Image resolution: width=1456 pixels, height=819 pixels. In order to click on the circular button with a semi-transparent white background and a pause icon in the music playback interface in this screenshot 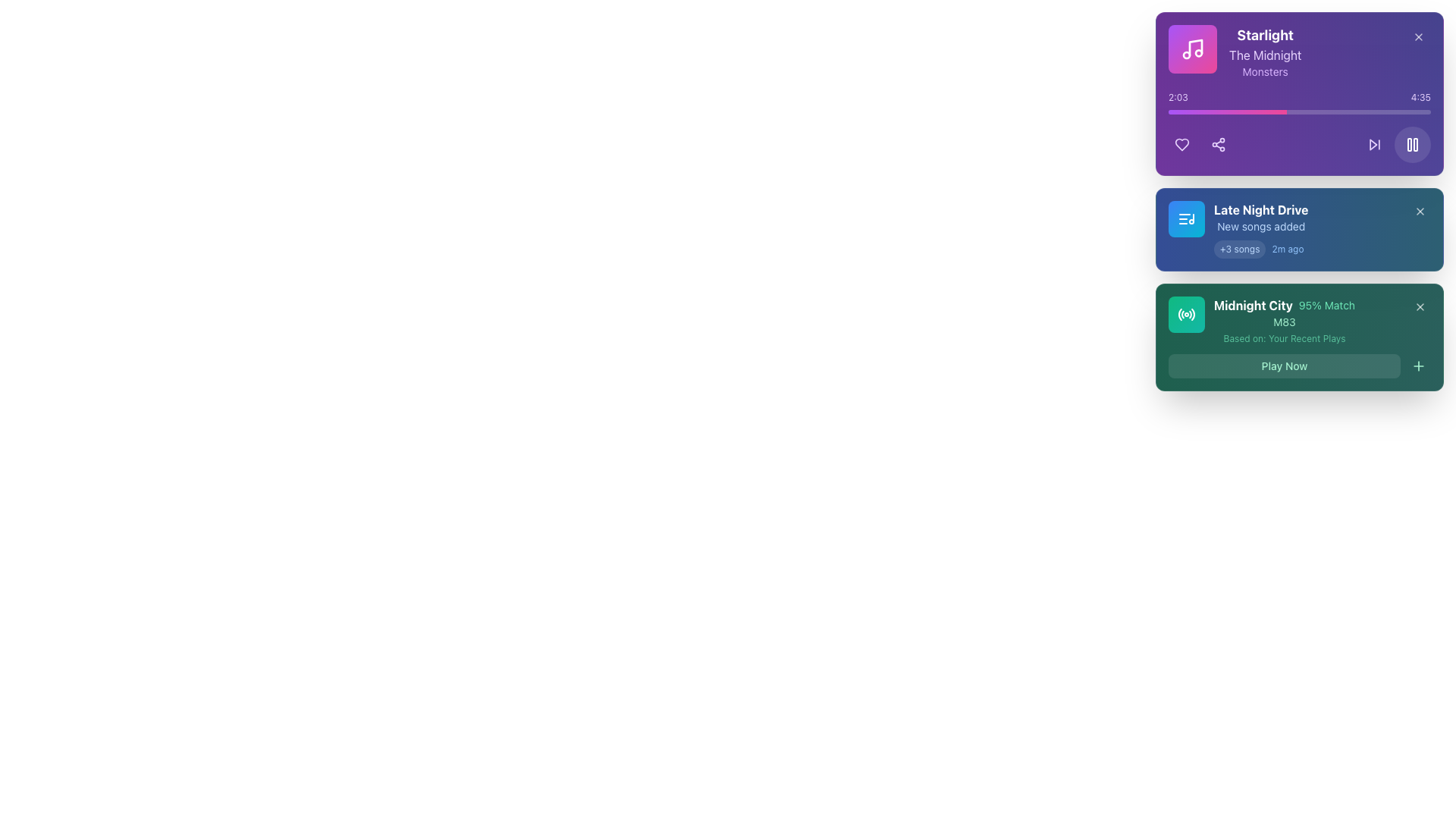, I will do `click(1411, 145)`.